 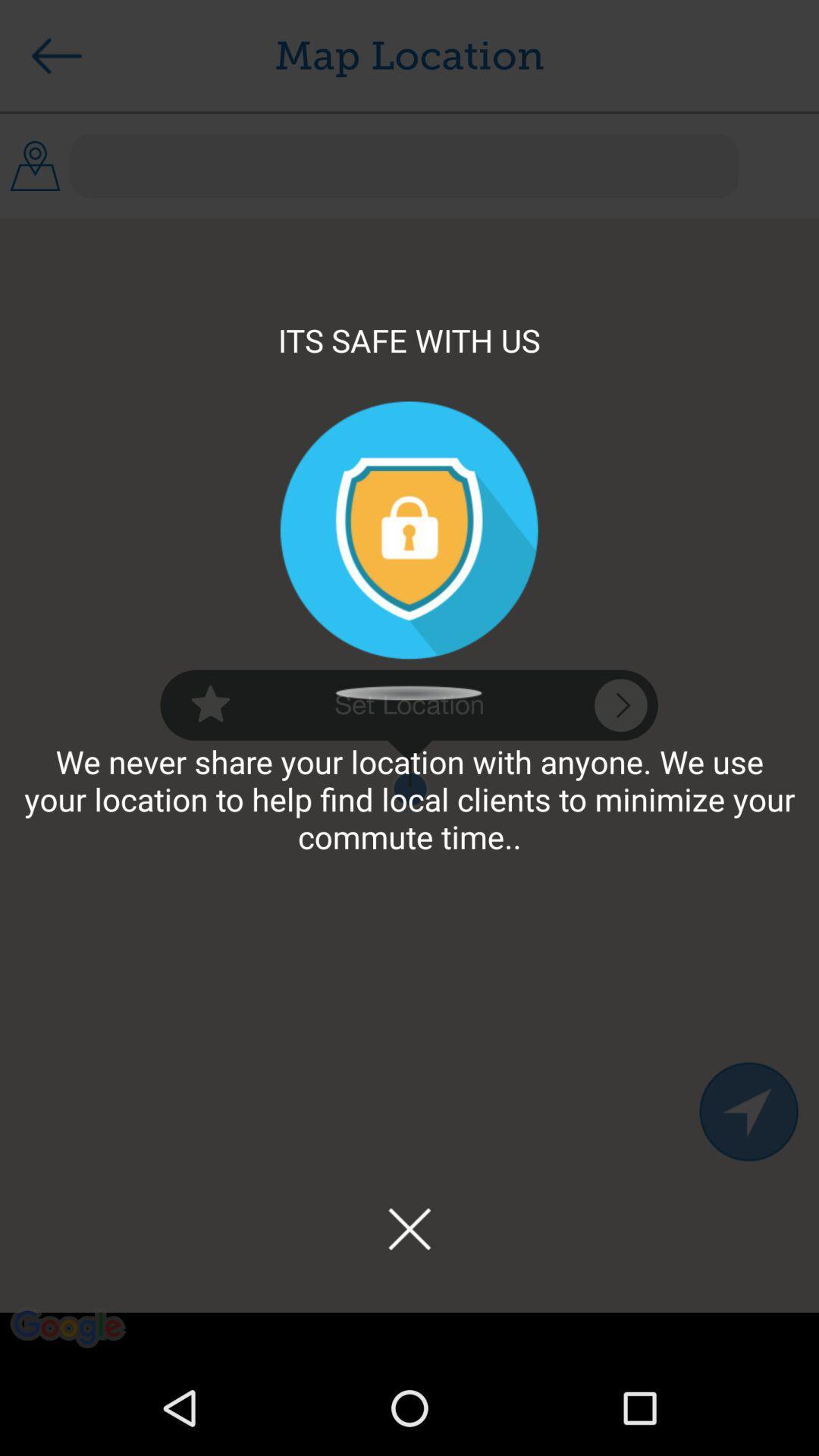 I want to click on the window, so click(x=409, y=1228).